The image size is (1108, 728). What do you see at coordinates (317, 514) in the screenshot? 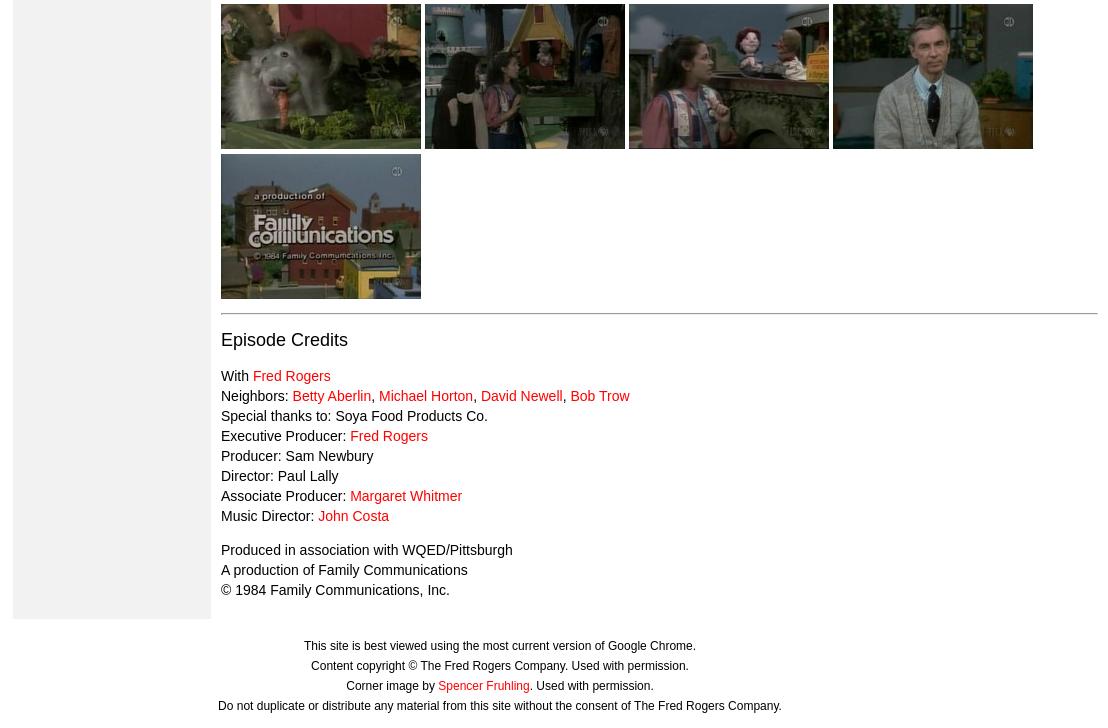
I see `'John Costa'` at bounding box center [317, 514].